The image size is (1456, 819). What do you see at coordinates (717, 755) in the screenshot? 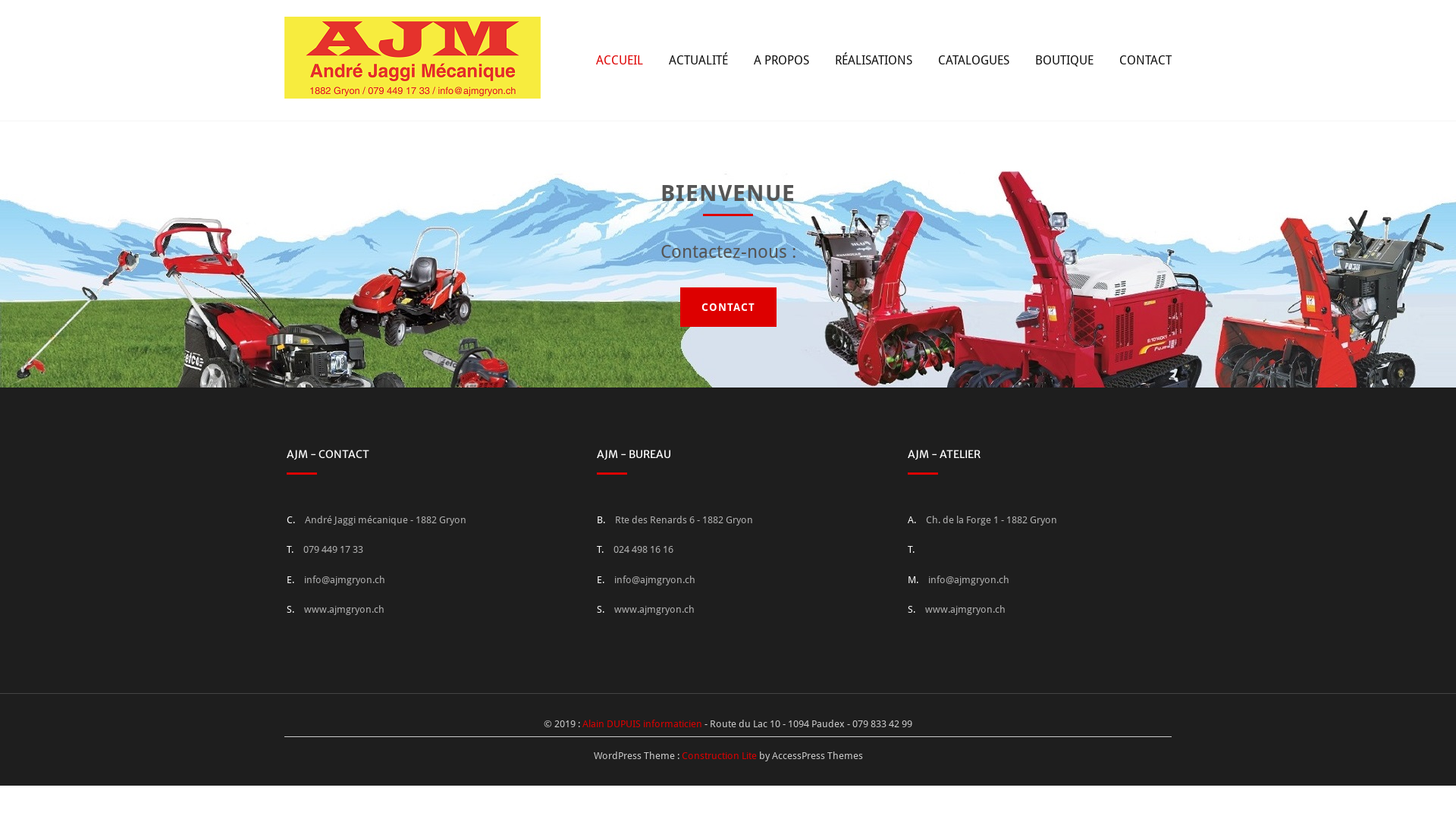
I see `'Construction Lite'` at bounding box center [717, 755].